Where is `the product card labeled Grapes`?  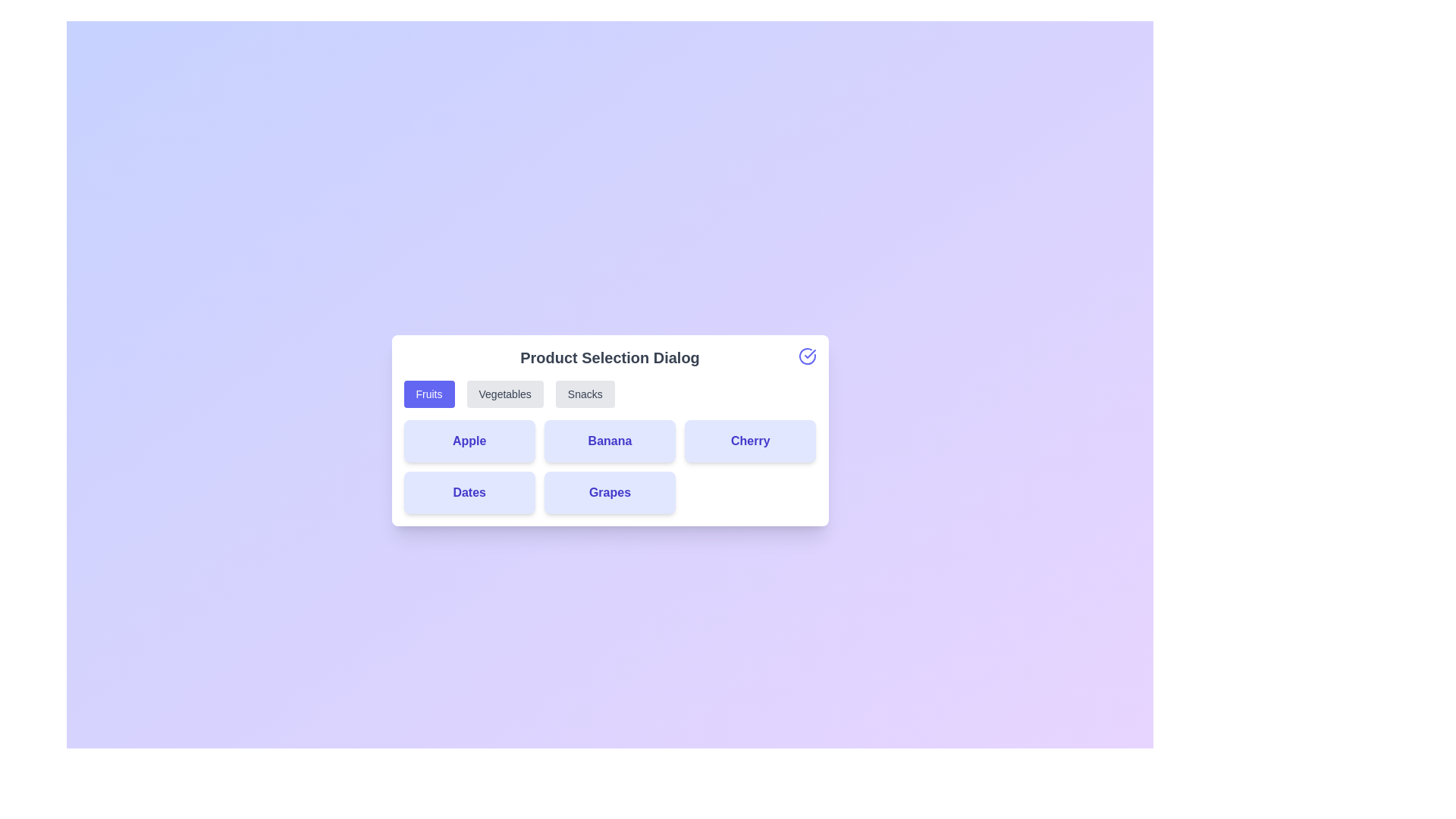 the product card labeled Grapes is located at coordinates (610, 493).